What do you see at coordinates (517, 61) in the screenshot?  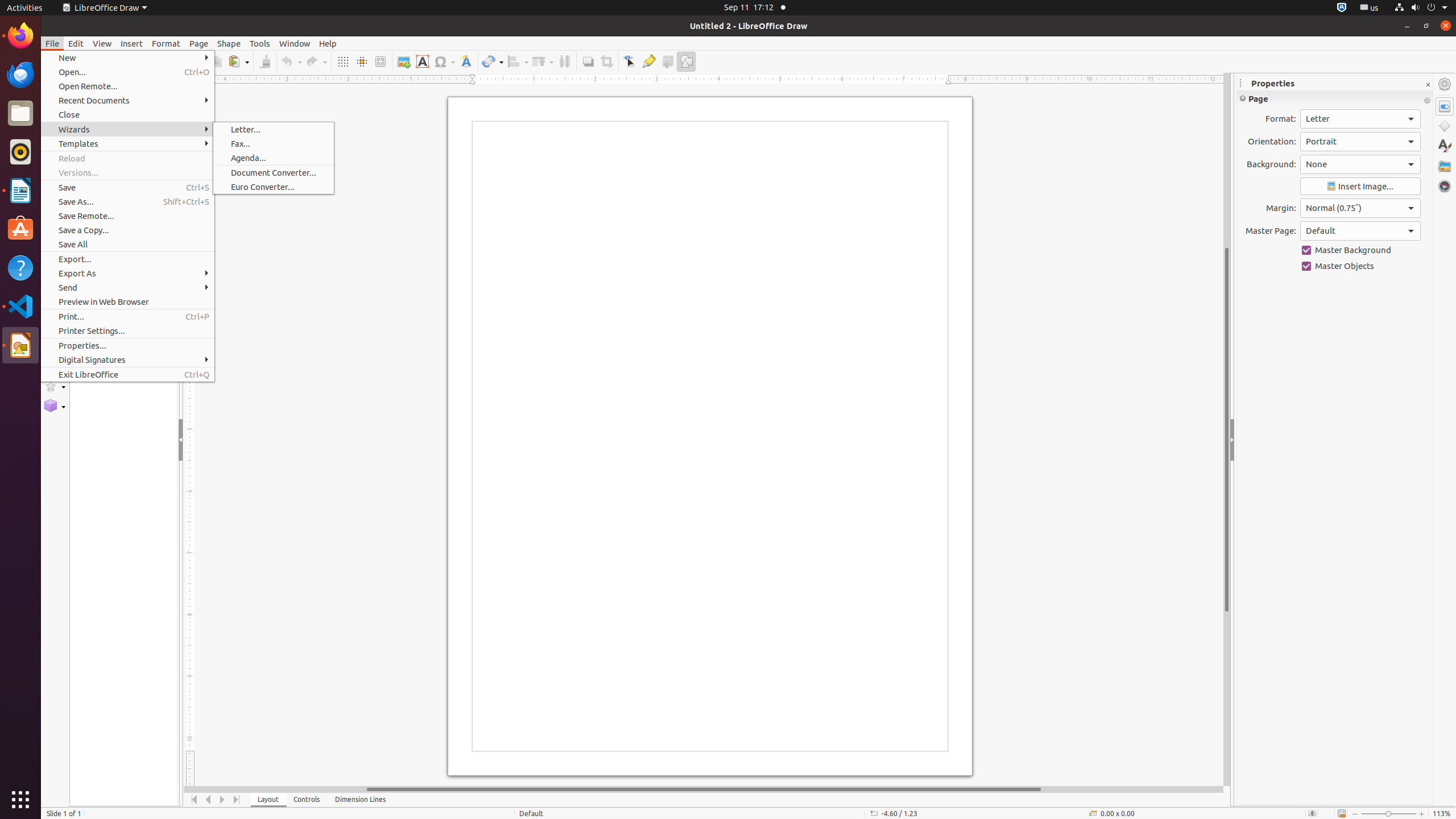 I see `'Align'` at bounding box center [517, 61].